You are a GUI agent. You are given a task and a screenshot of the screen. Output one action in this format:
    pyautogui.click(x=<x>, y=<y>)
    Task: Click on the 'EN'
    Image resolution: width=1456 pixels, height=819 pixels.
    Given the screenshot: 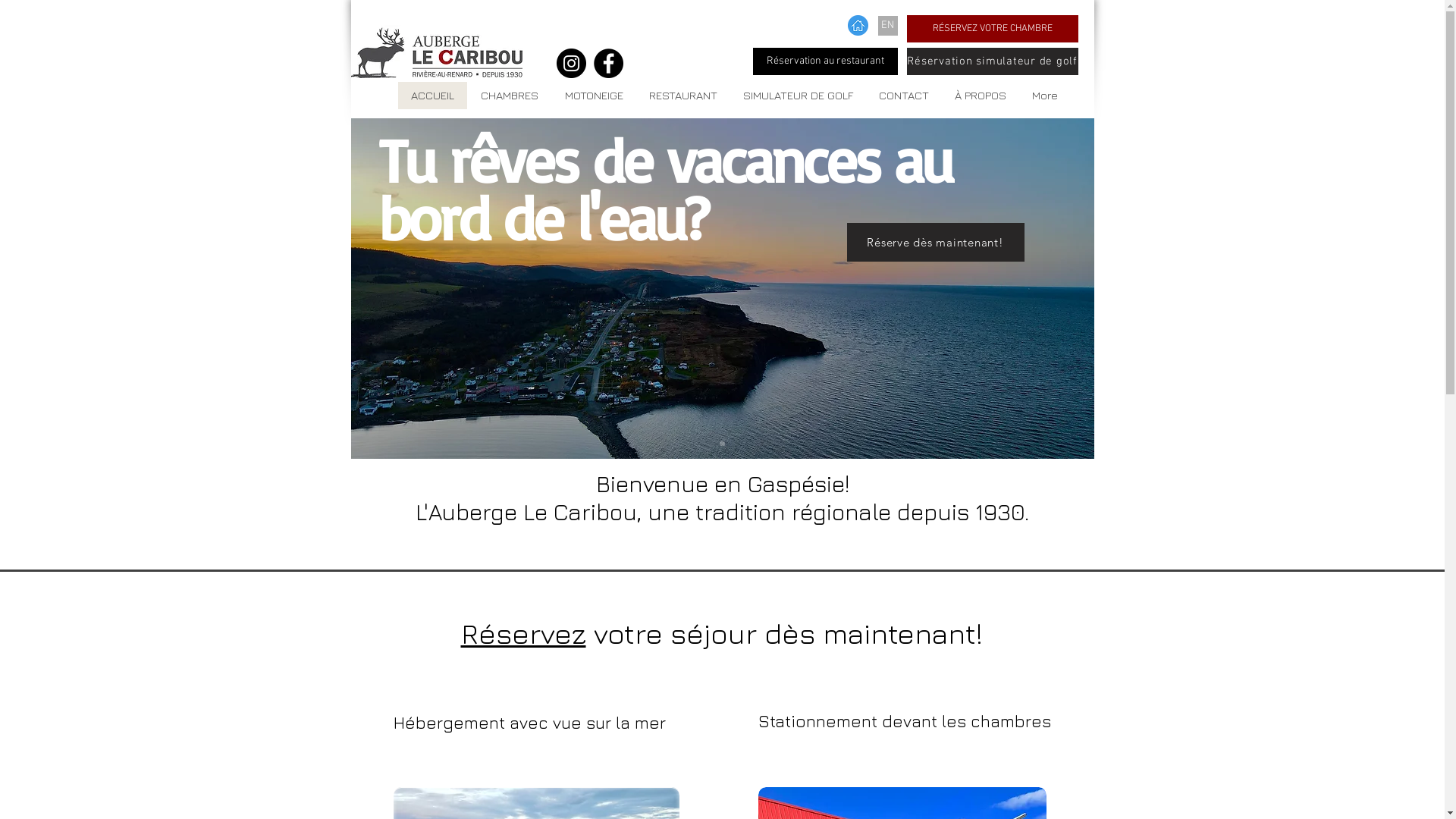 What is the action you would take?
    pyautogui.click(x=888, y=26)
    